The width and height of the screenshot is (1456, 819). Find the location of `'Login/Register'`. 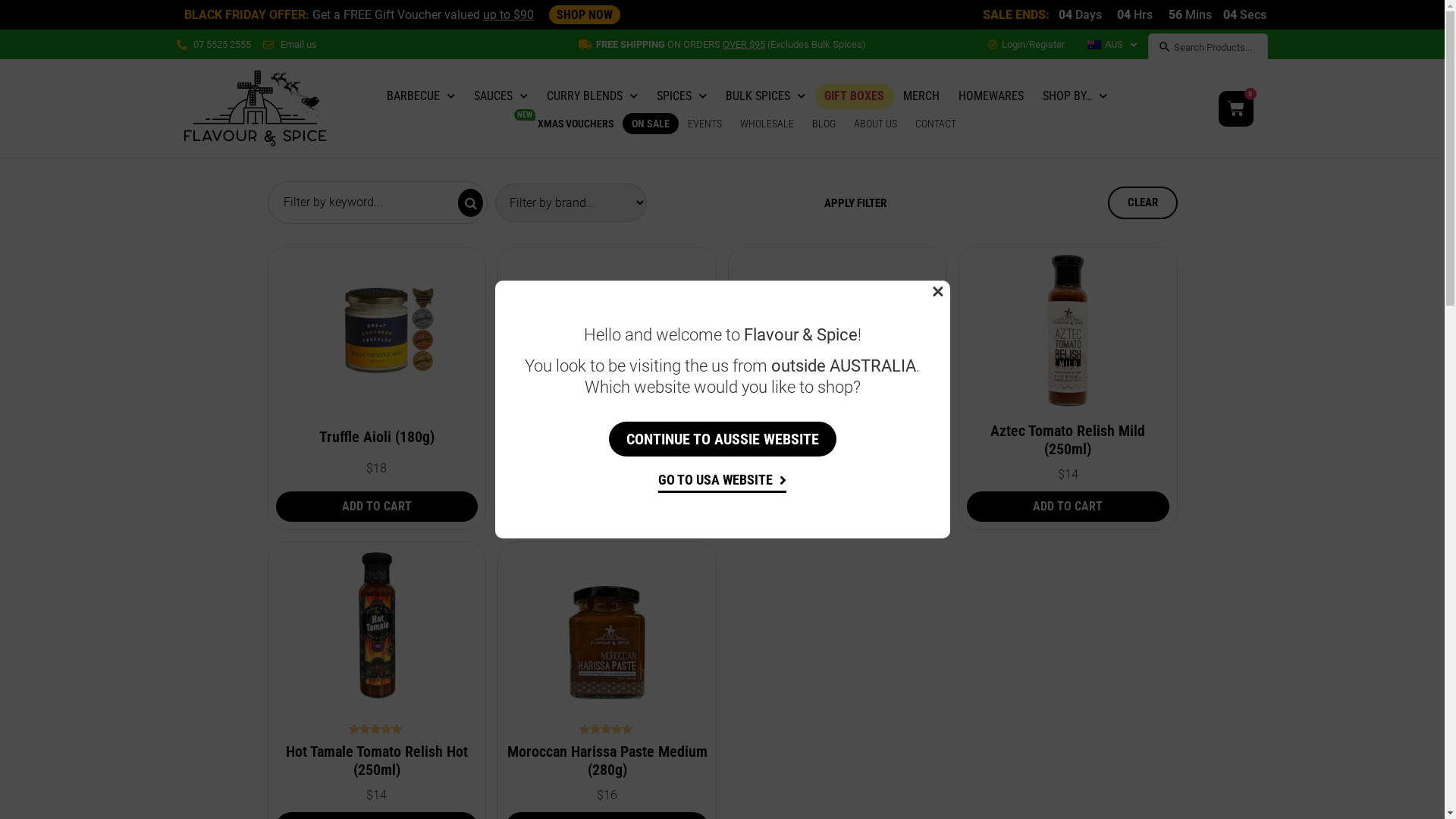

'Login/Register' is located at coordinates (1026, 43).